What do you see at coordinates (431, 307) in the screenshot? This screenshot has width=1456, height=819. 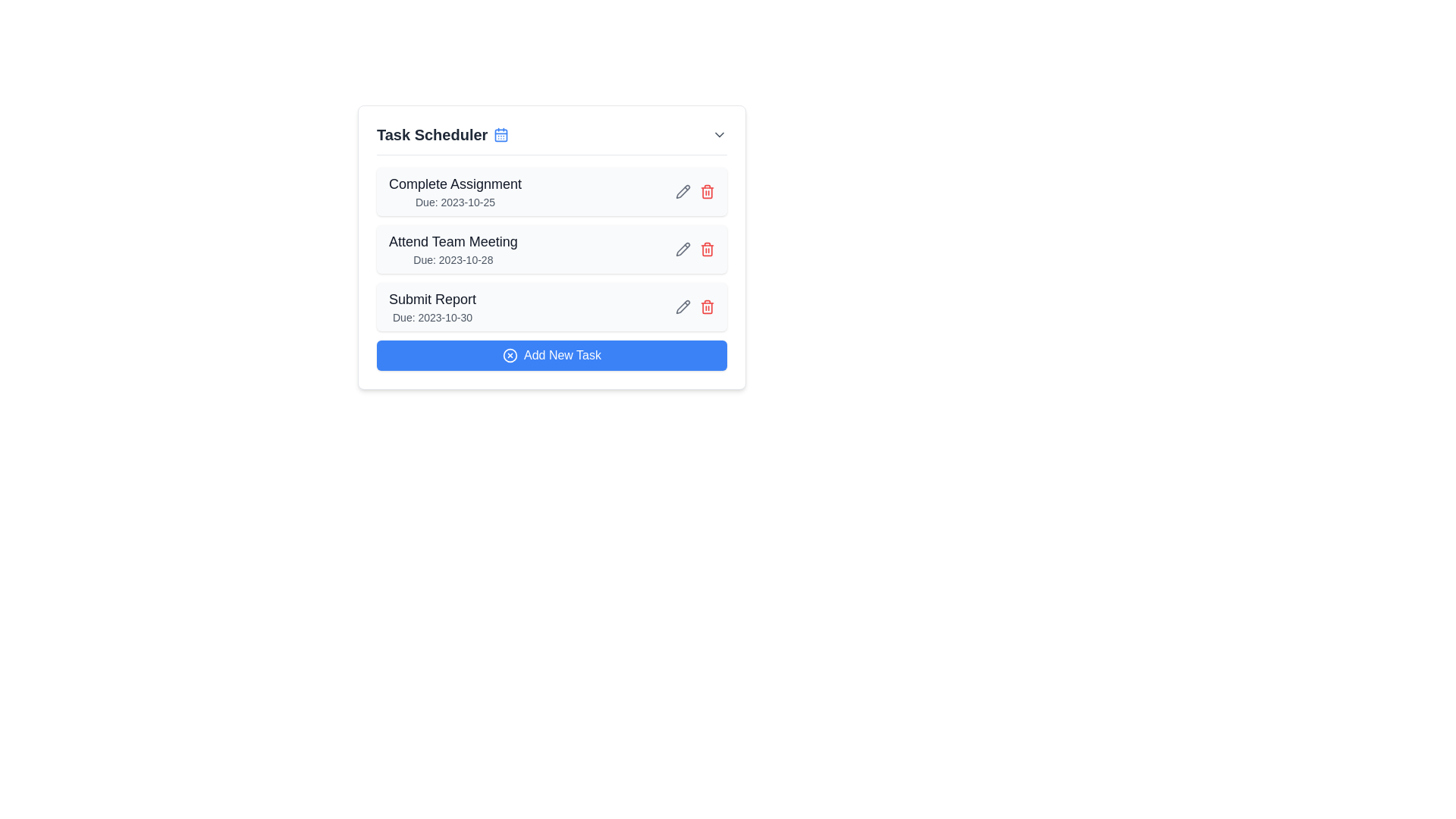 I see `the non-interactive text display that informs the user about the task 'Submit Report' with the due date '2023-10-30'` at bounding box center [431, 307].